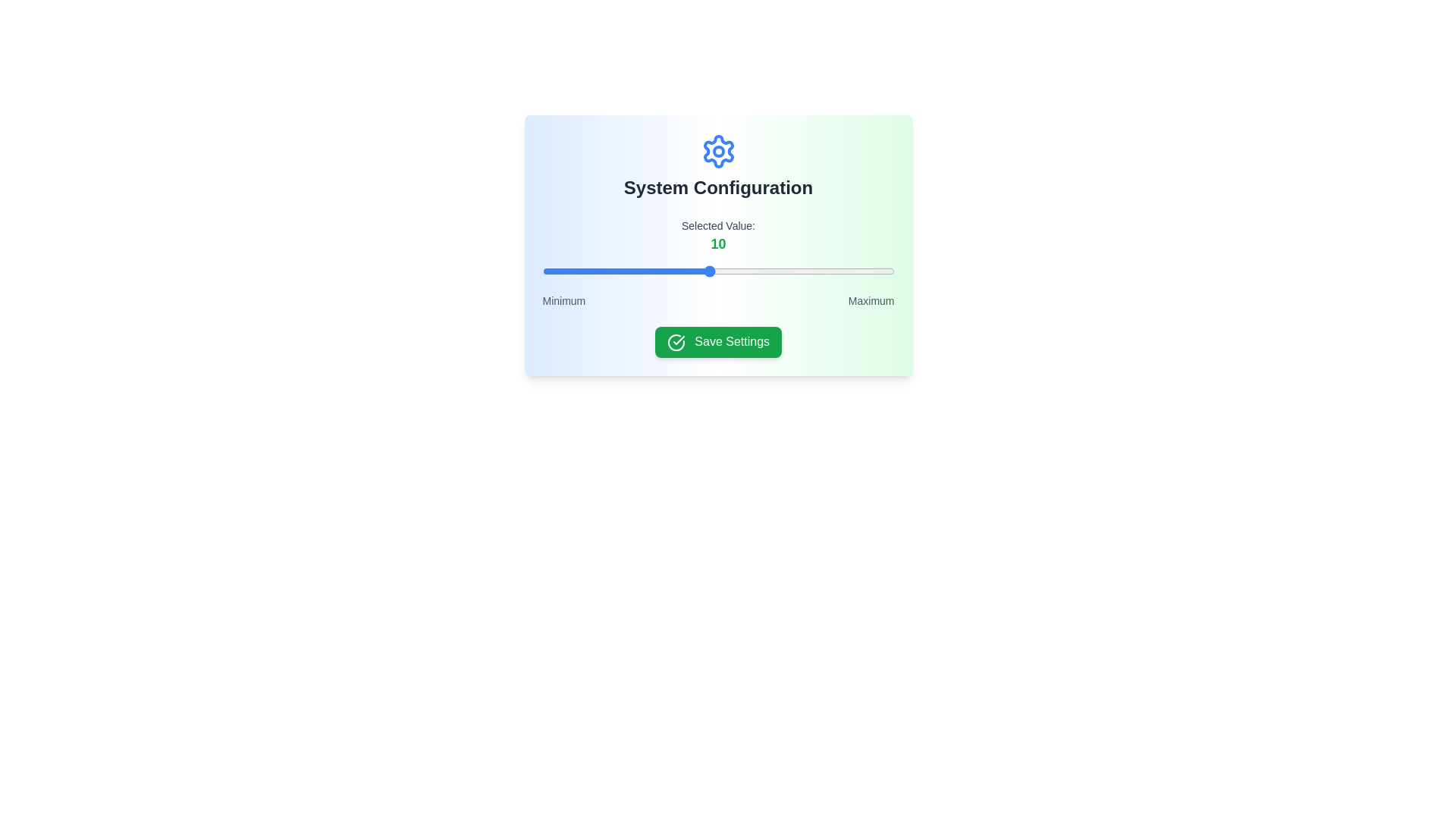 Image resolution: width=1456 pixels, height=819 pixels. What do you see at coordinates (726, 271) in the screenshot?
I see `the slider to set the value to 11` at bounding box center [726, 271].